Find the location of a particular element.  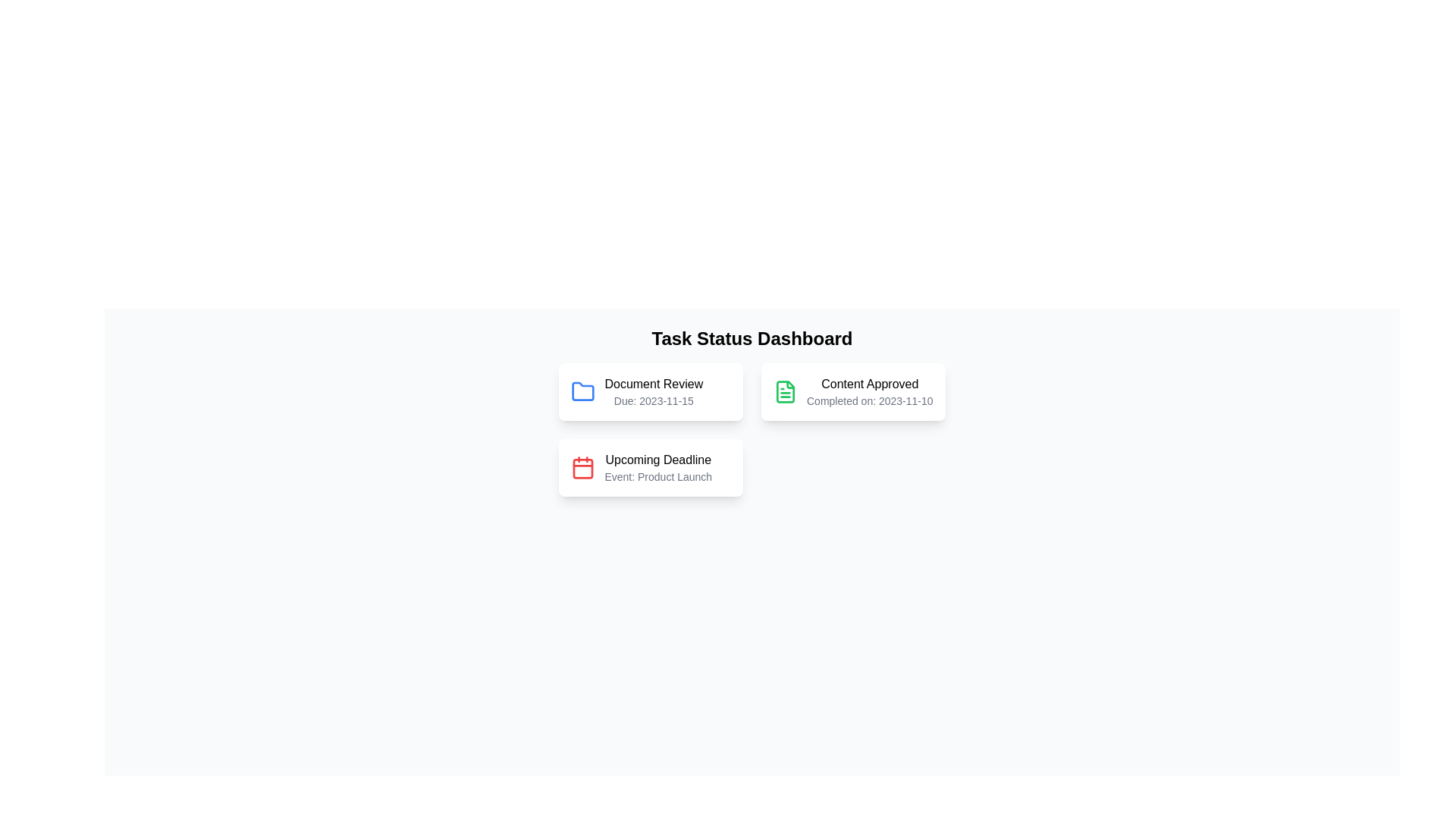

the 'Upcoming Deadline' text element styled in medium weight, which is located in the upper text block of the lower-left card in a three-card layout, positioned above the text 'Event: Product Launch' is located at coordinates (658, 459).